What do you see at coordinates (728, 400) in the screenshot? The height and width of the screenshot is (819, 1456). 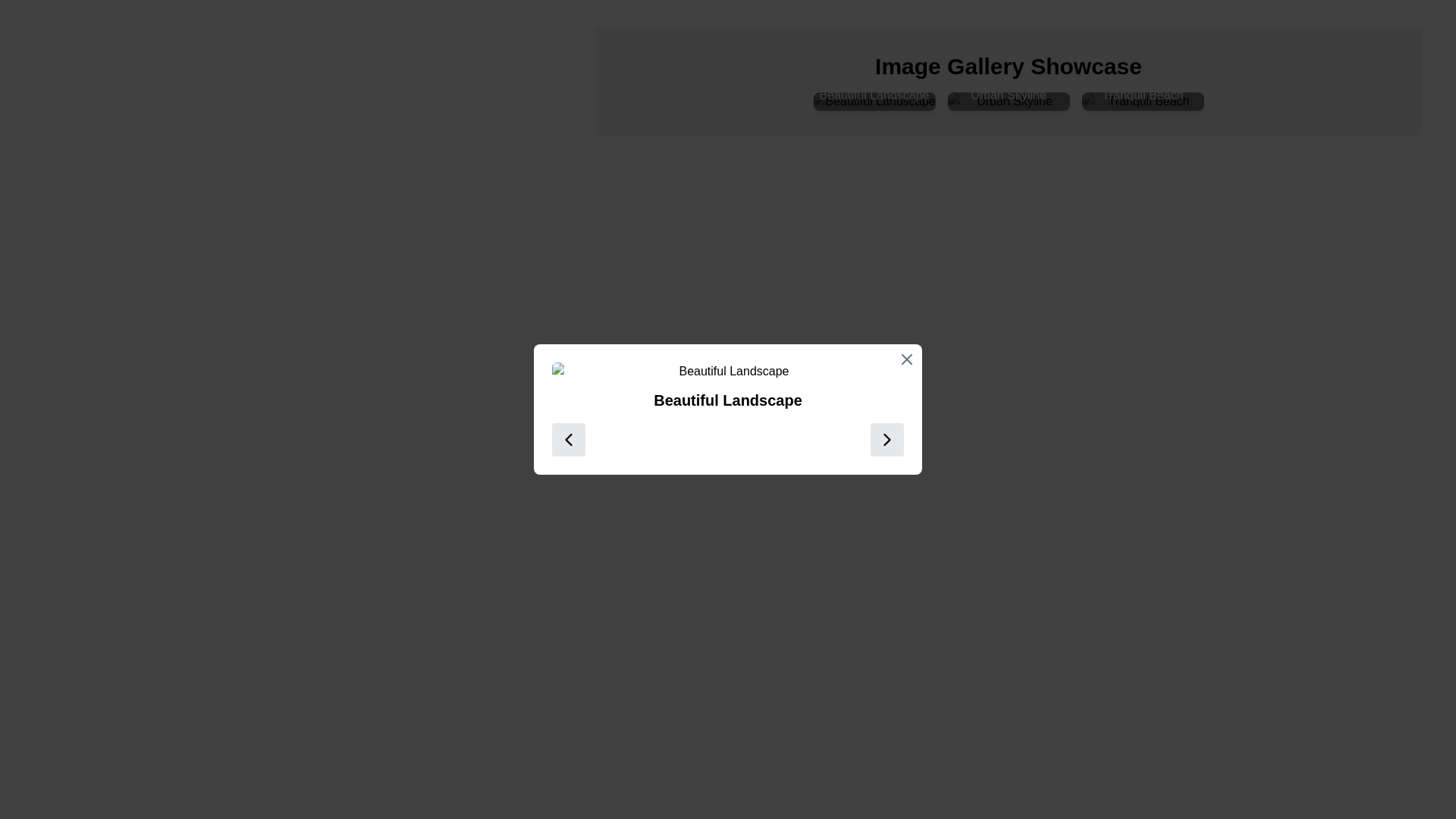 I see `the Text label that displays the title or description of the currently showcased image in the dialog box, which is centrally located below the image and above navigation buttons` at bounding box center [728, 400].